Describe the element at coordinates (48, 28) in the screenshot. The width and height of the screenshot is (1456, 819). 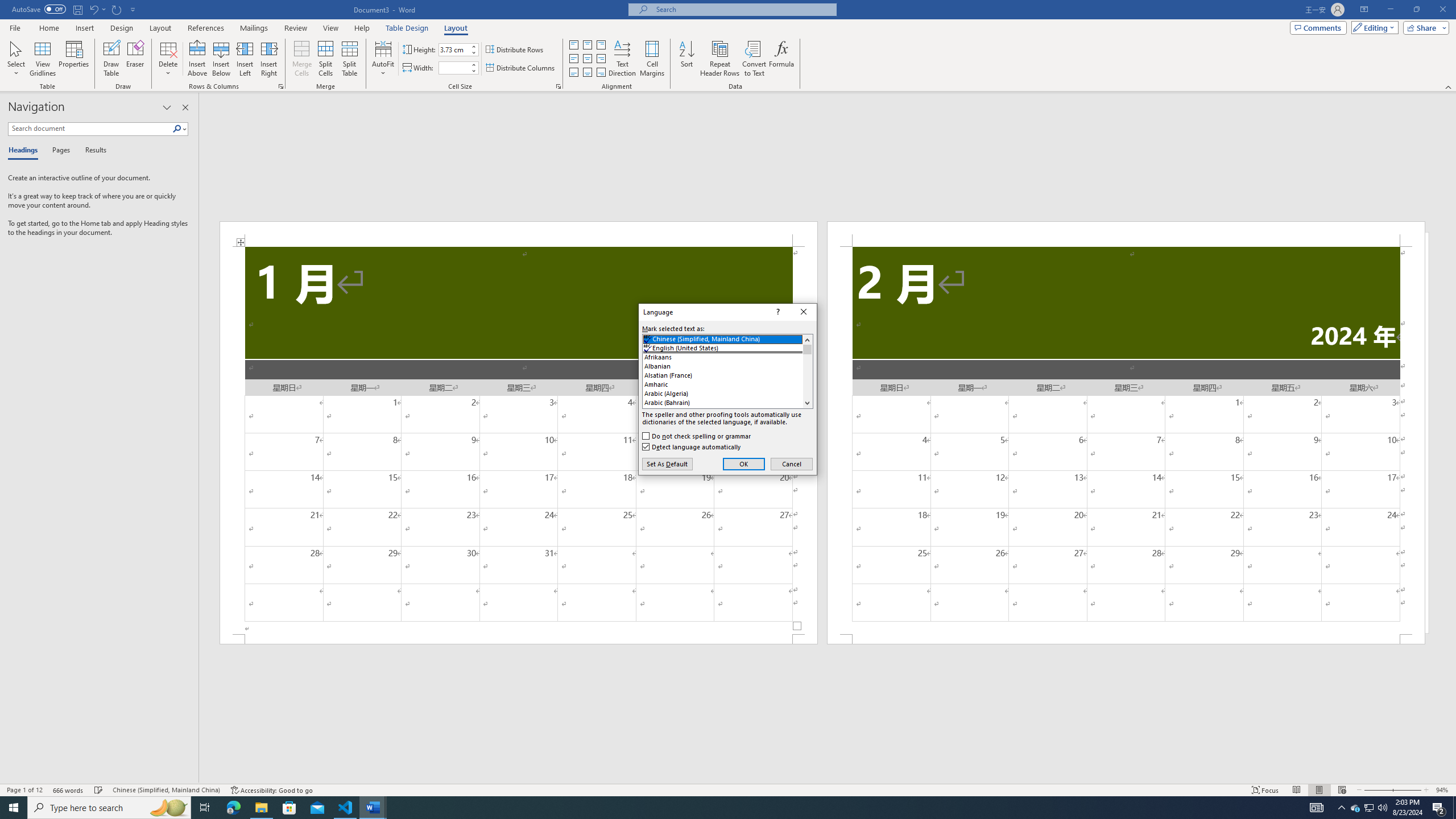
I see `'Home'` at that location.